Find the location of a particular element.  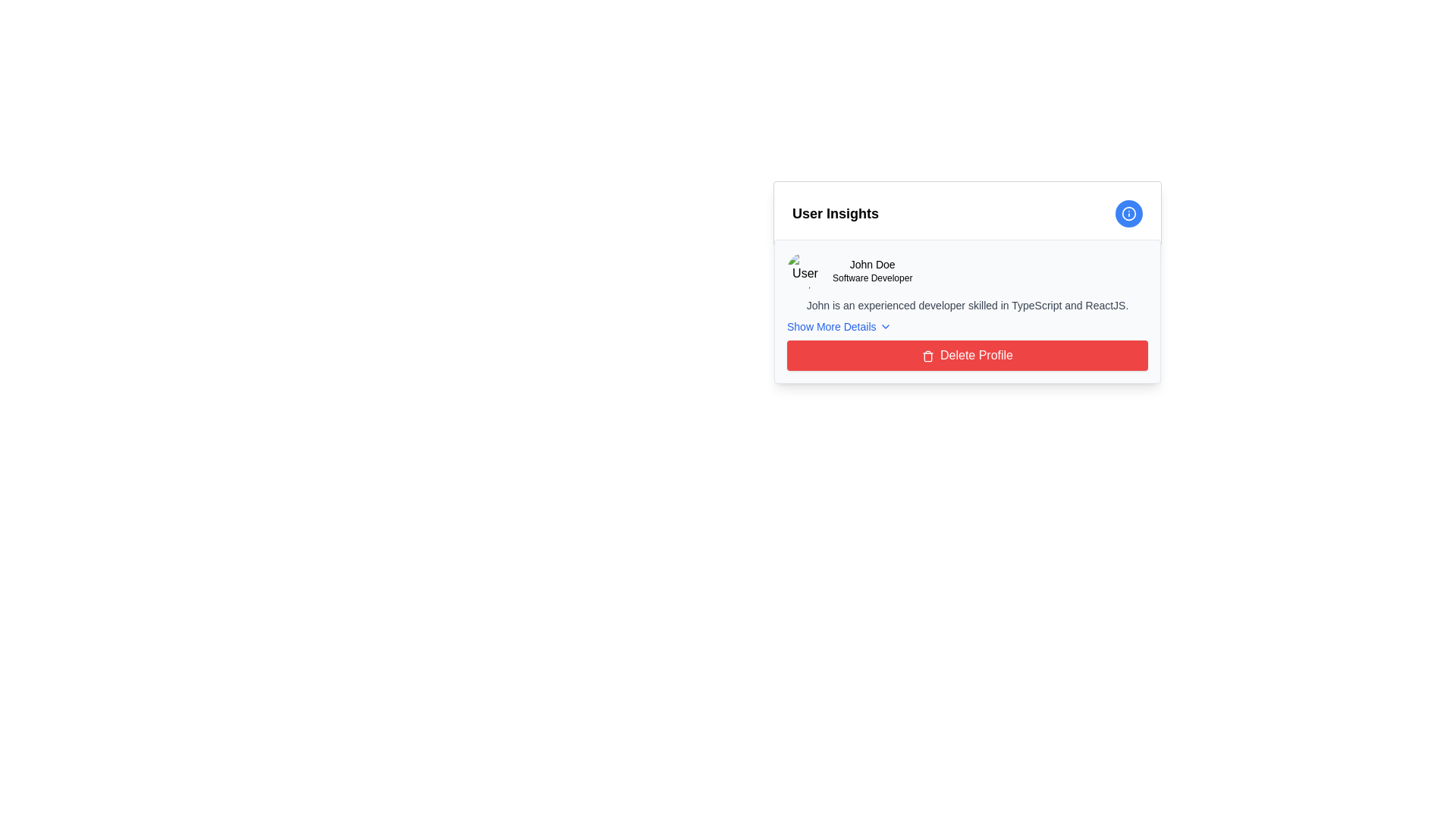

the Composite text element displaying 'John Doe' and 'Software Developer' is located at coordinates (872, 270).